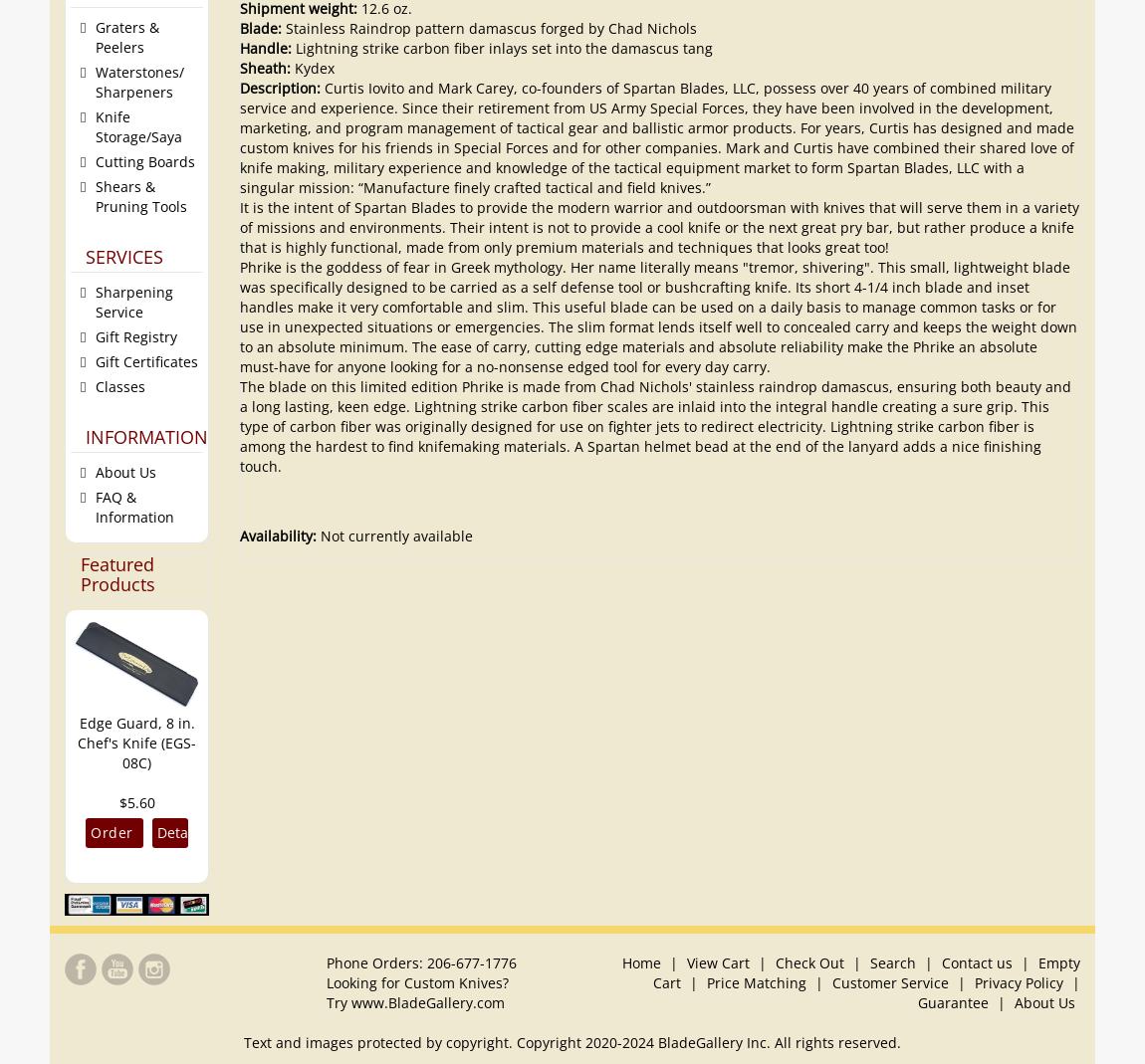 The image size is (1145, 1064). Describe the element at coordinates (866, 971) in the screenshot. I see `'Empty Cart'` at that location.